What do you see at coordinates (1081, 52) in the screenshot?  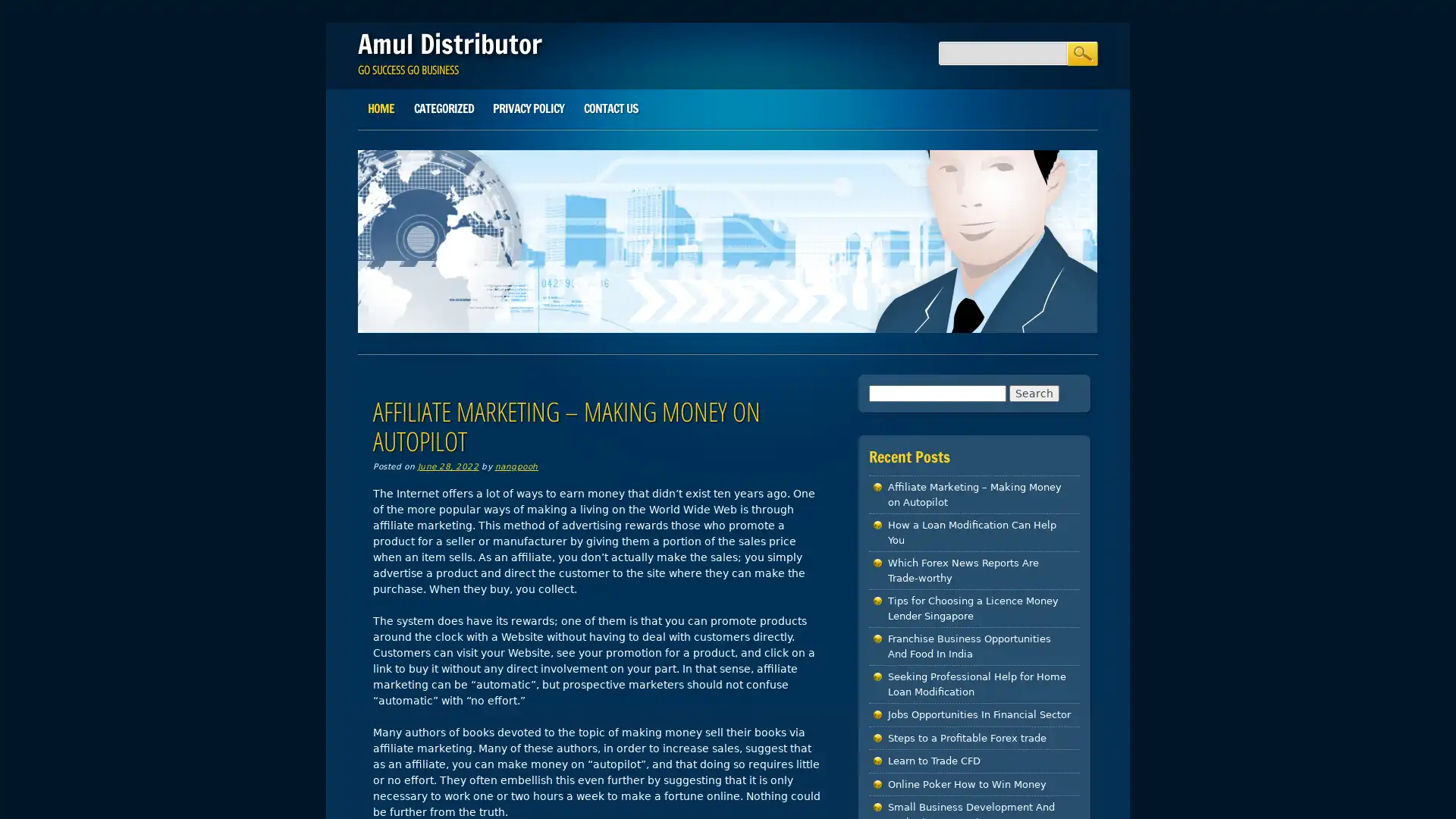 I see `Search` at bounding box center [1081, 52].